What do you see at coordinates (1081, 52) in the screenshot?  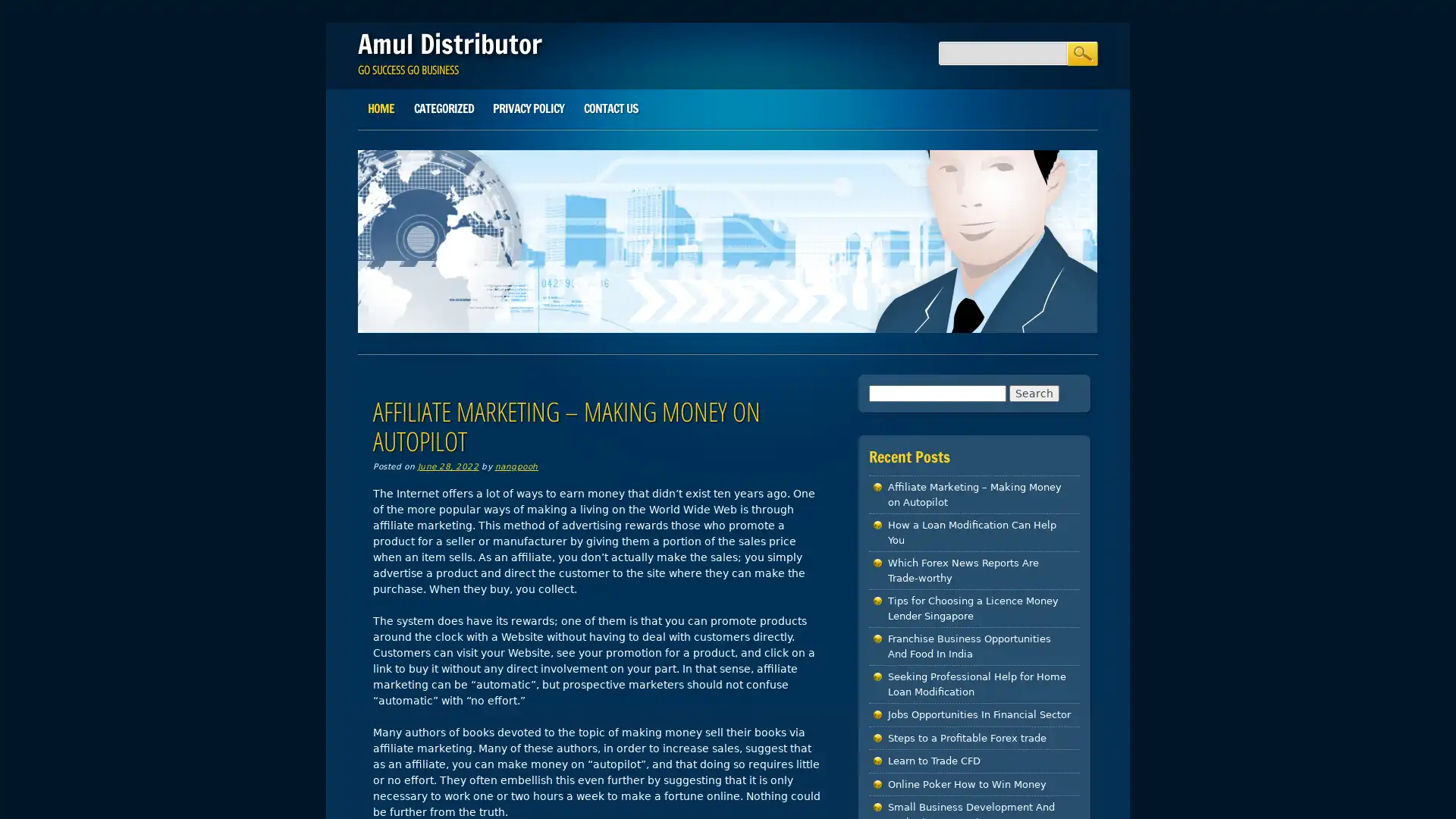 I see `Search` at bounding box center [1081, 52].